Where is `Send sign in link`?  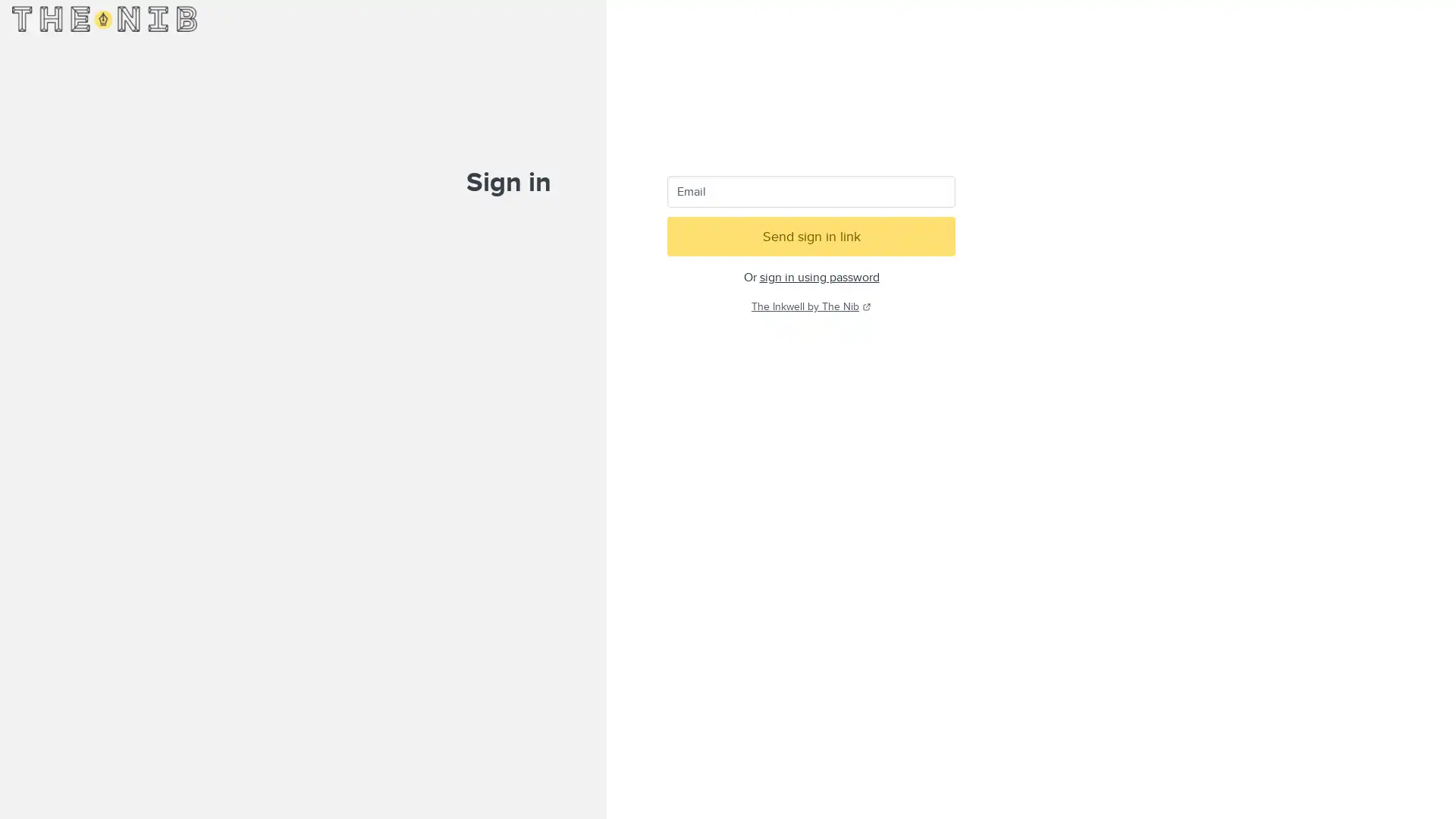
Send sign in link is located at coordinates (811, 237).